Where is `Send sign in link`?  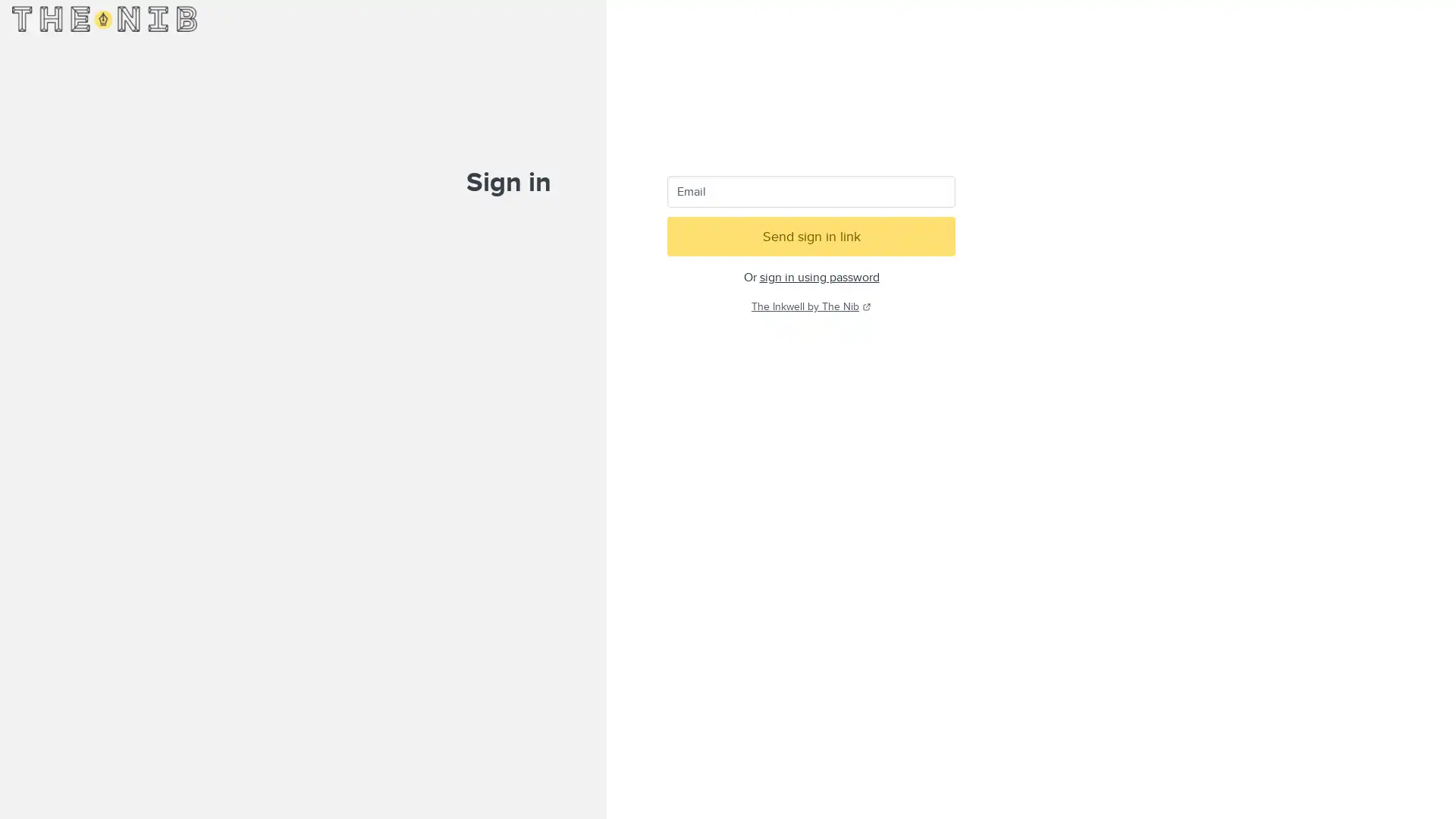
Send sign in link is located at coordinates (811, 237).